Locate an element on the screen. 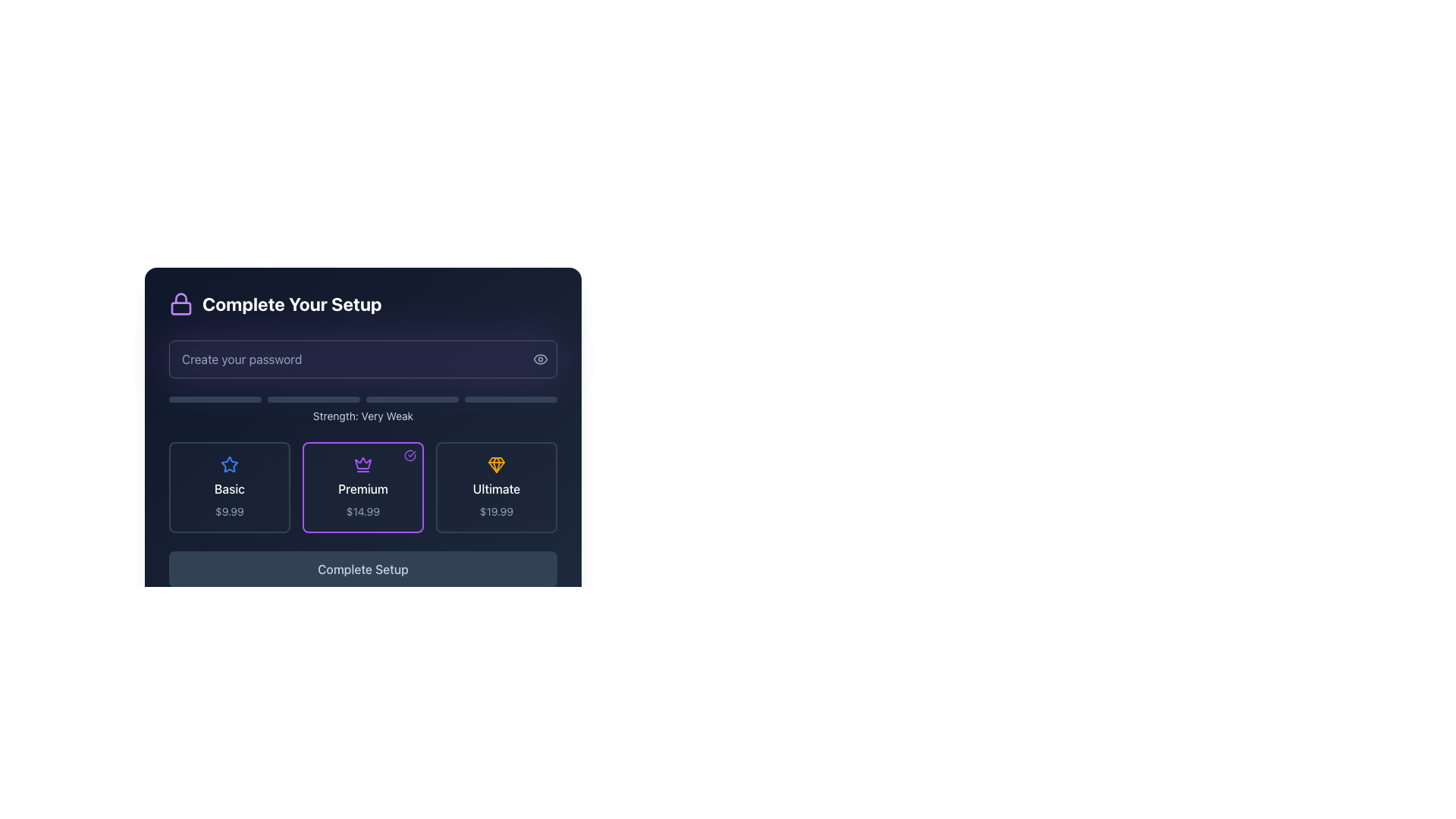 Image resolution: width=1456 pixels, height=819 pixels. the text label displaying the word 'Ultimate' in white font, located at the bottom-center of the 'Ultimate' pricing card in a dark-themed interface is located at coordinates (496, 488).